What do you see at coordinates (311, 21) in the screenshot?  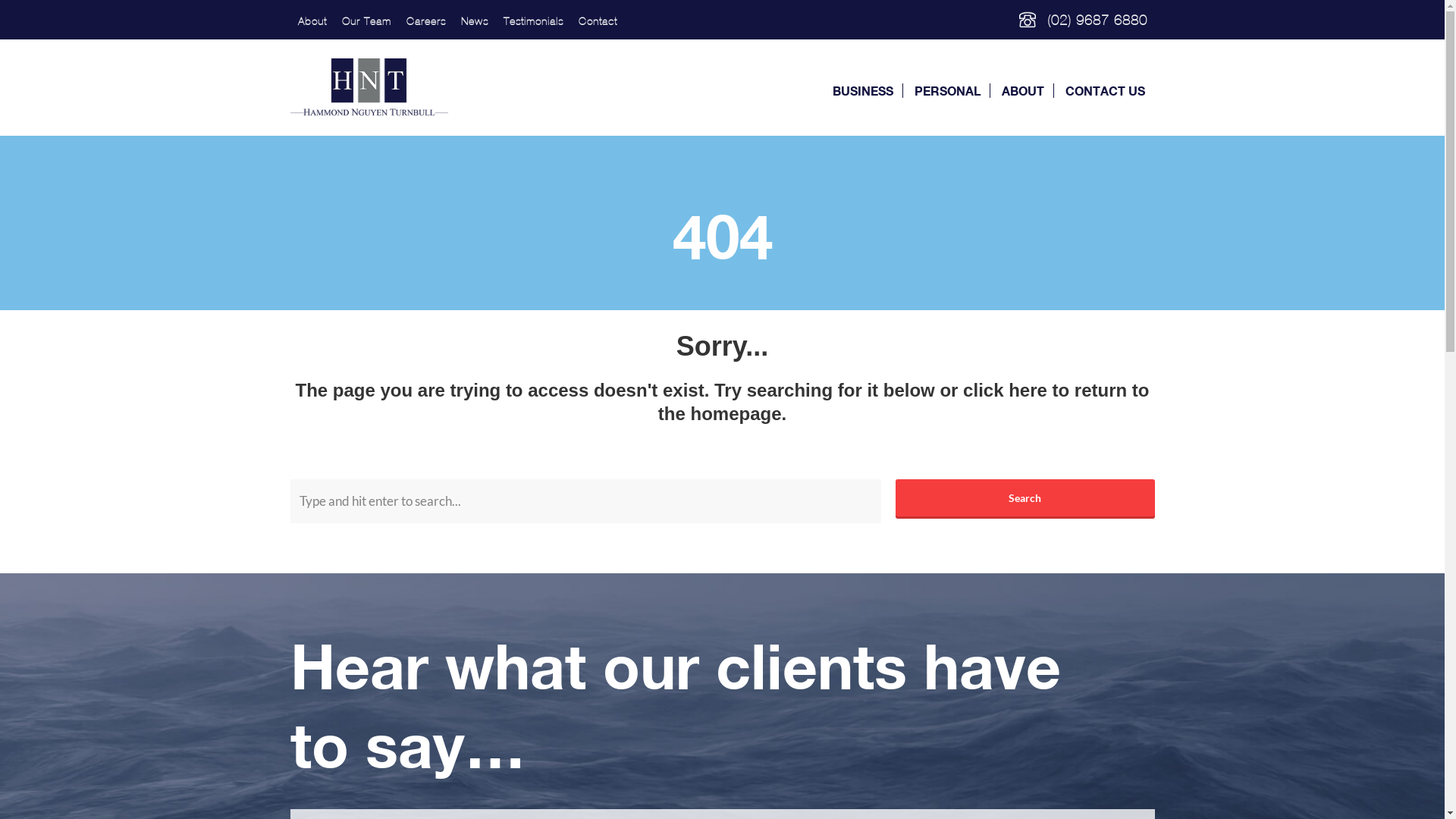 I see `'About'` at bounding box center [311, 21].